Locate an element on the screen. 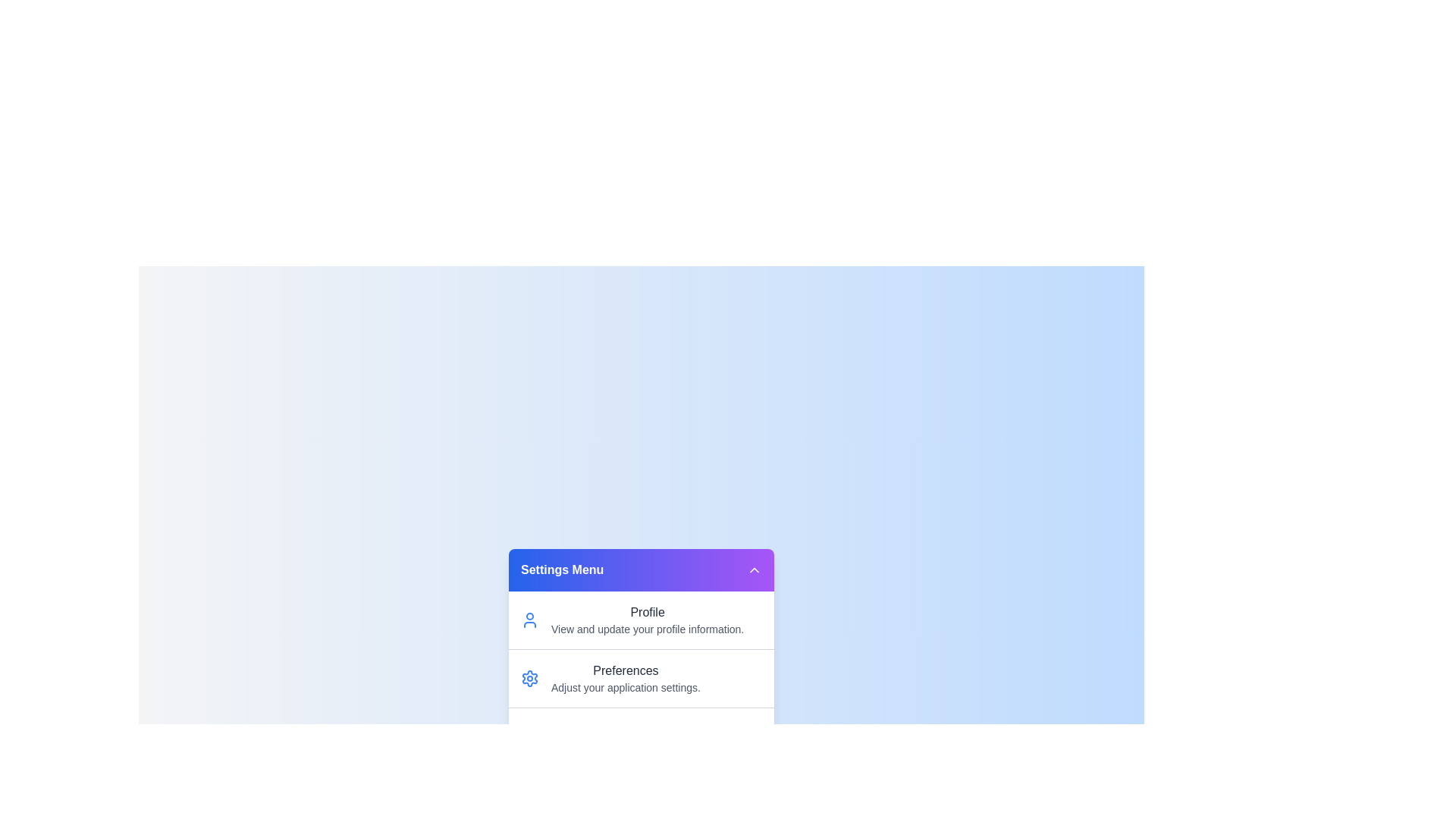 The width and height of the screenshot is (1456, 819). the toggle button in the header of the settings menu to toggle its visibility is located at coordinates (754, 570).